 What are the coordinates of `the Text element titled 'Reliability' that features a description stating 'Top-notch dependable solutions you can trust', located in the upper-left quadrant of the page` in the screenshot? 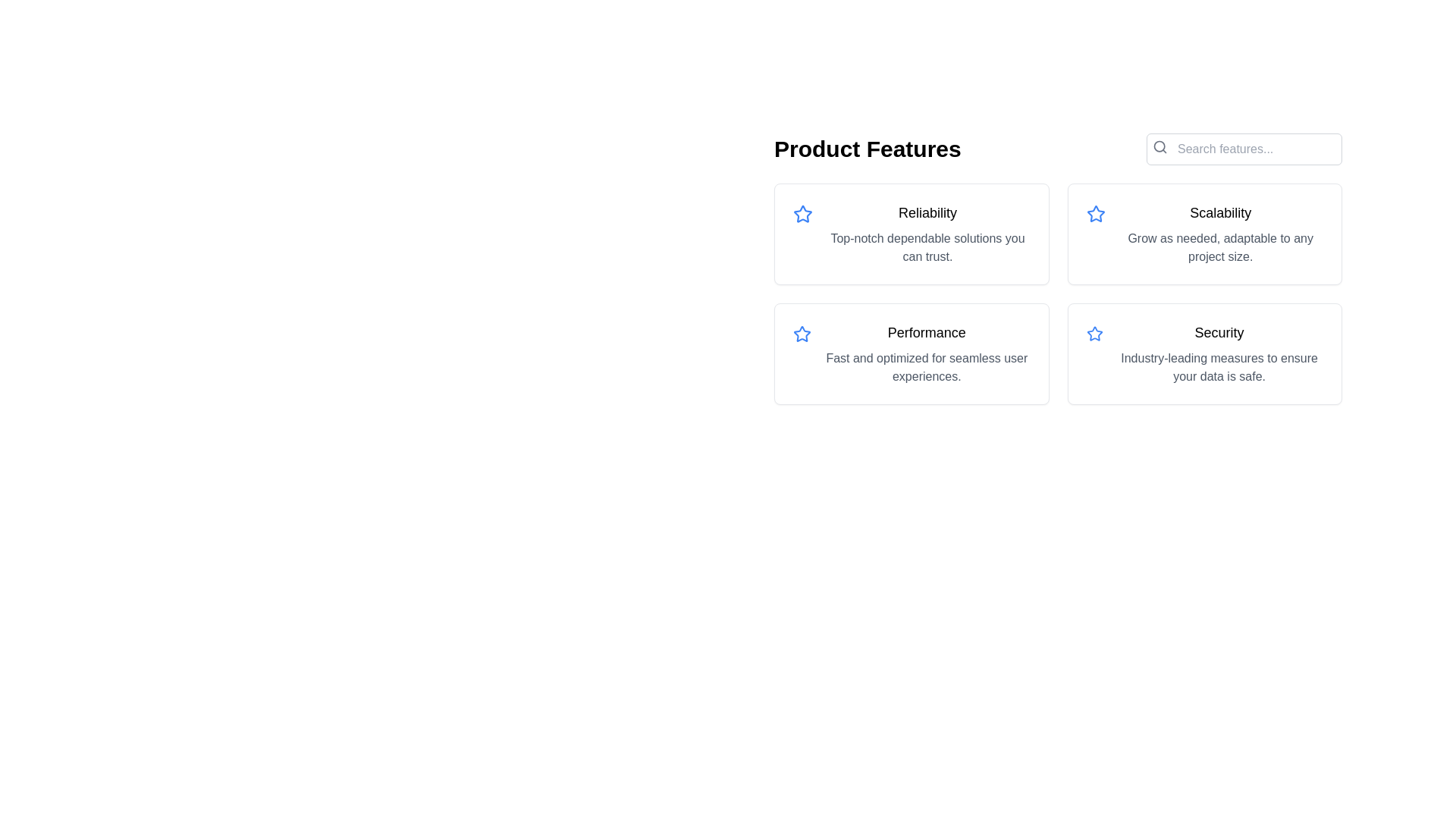 It's located at (927, 234).